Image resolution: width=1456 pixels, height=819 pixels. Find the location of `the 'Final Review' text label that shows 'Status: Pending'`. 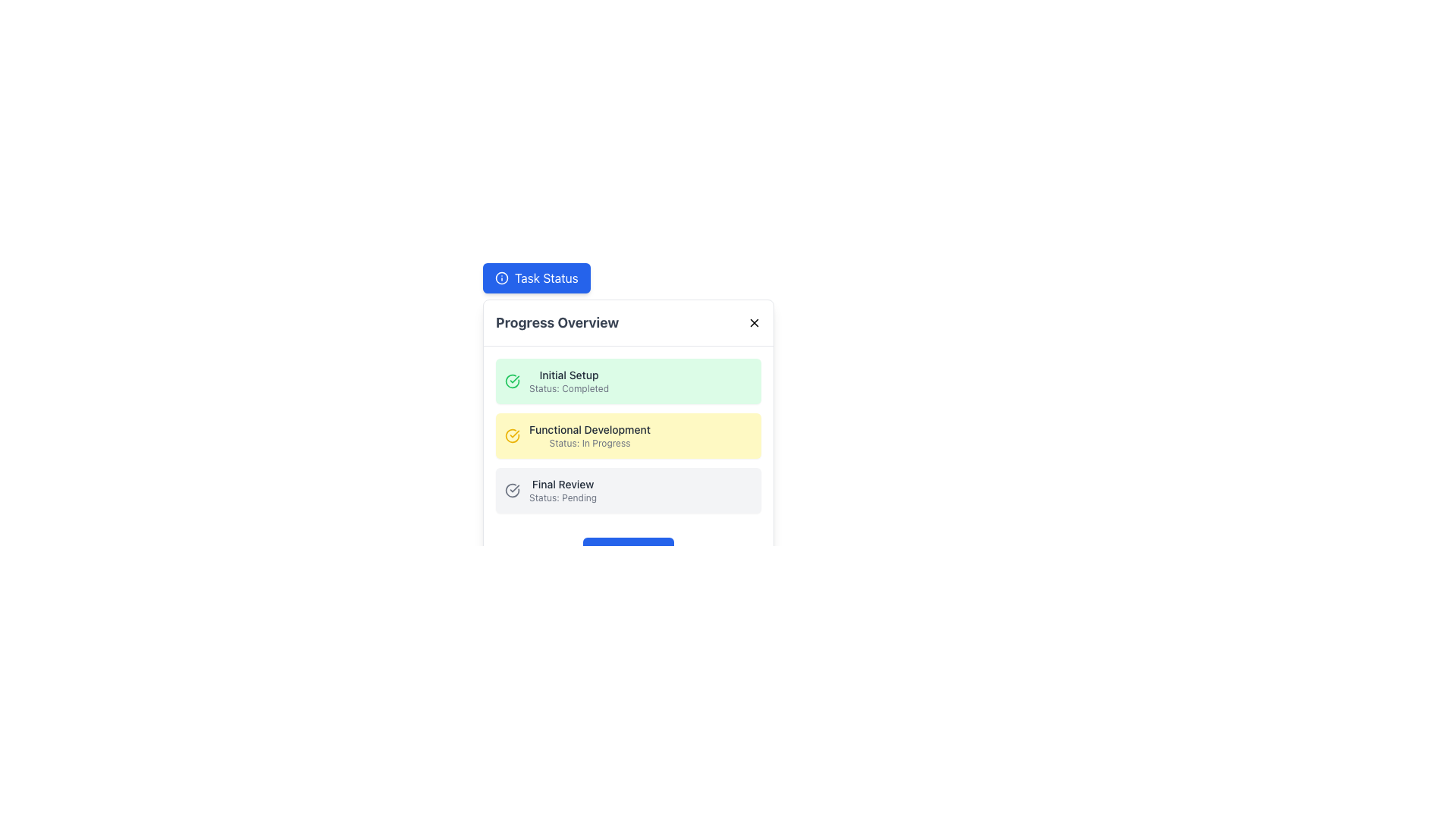

the 'Final Review' text label that shows 'Status: Pending' is located at coordinates (562, 491).